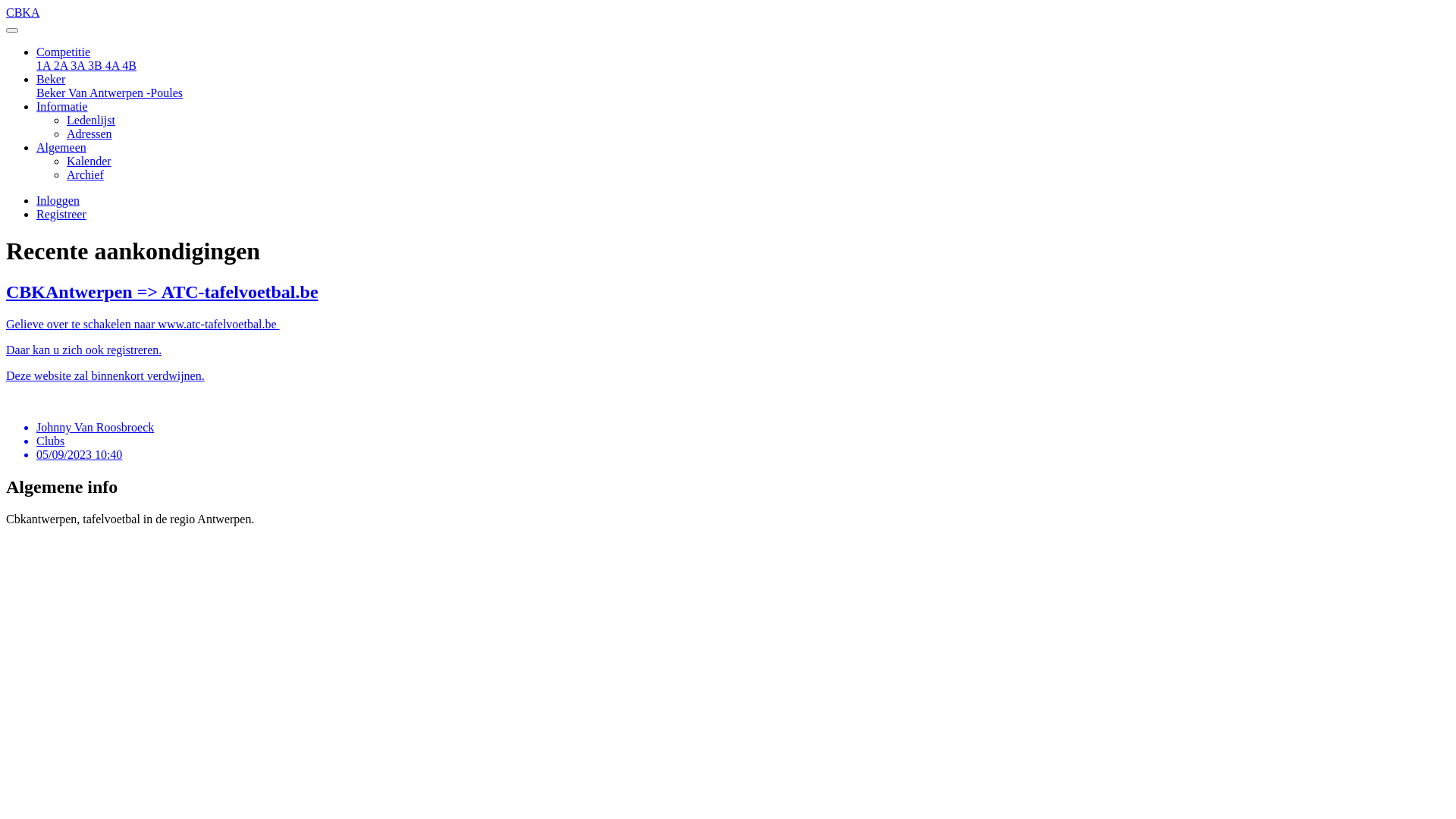  What do you see at coordinates (61, 147) in the screenshot?
I see `'Algemeen'` at bounding box center [61, 147].